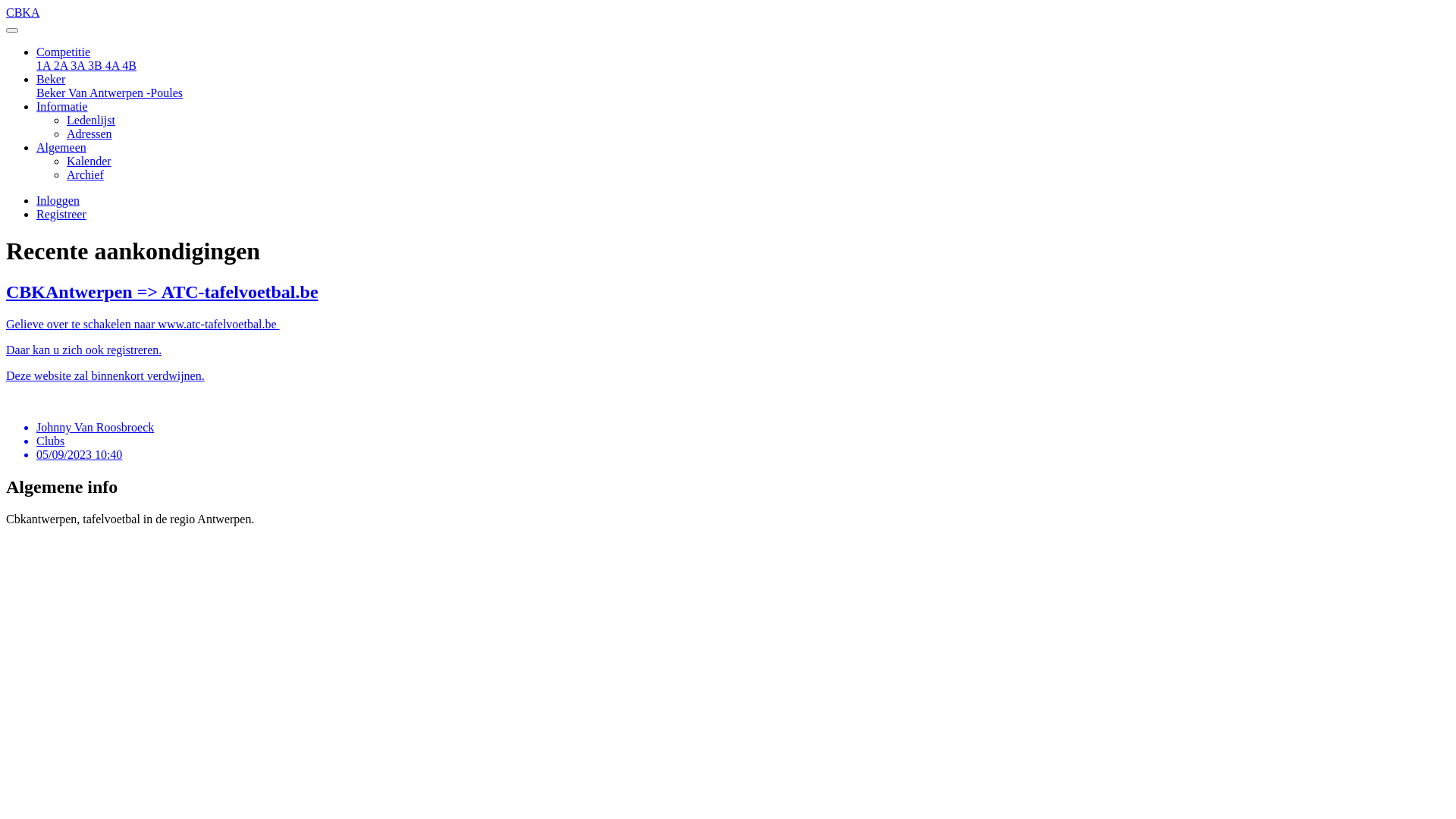  What do you see at coordinates (61, 147) in the screenshot?
I see `'Algemeen'` at bounding box center [61, 147].